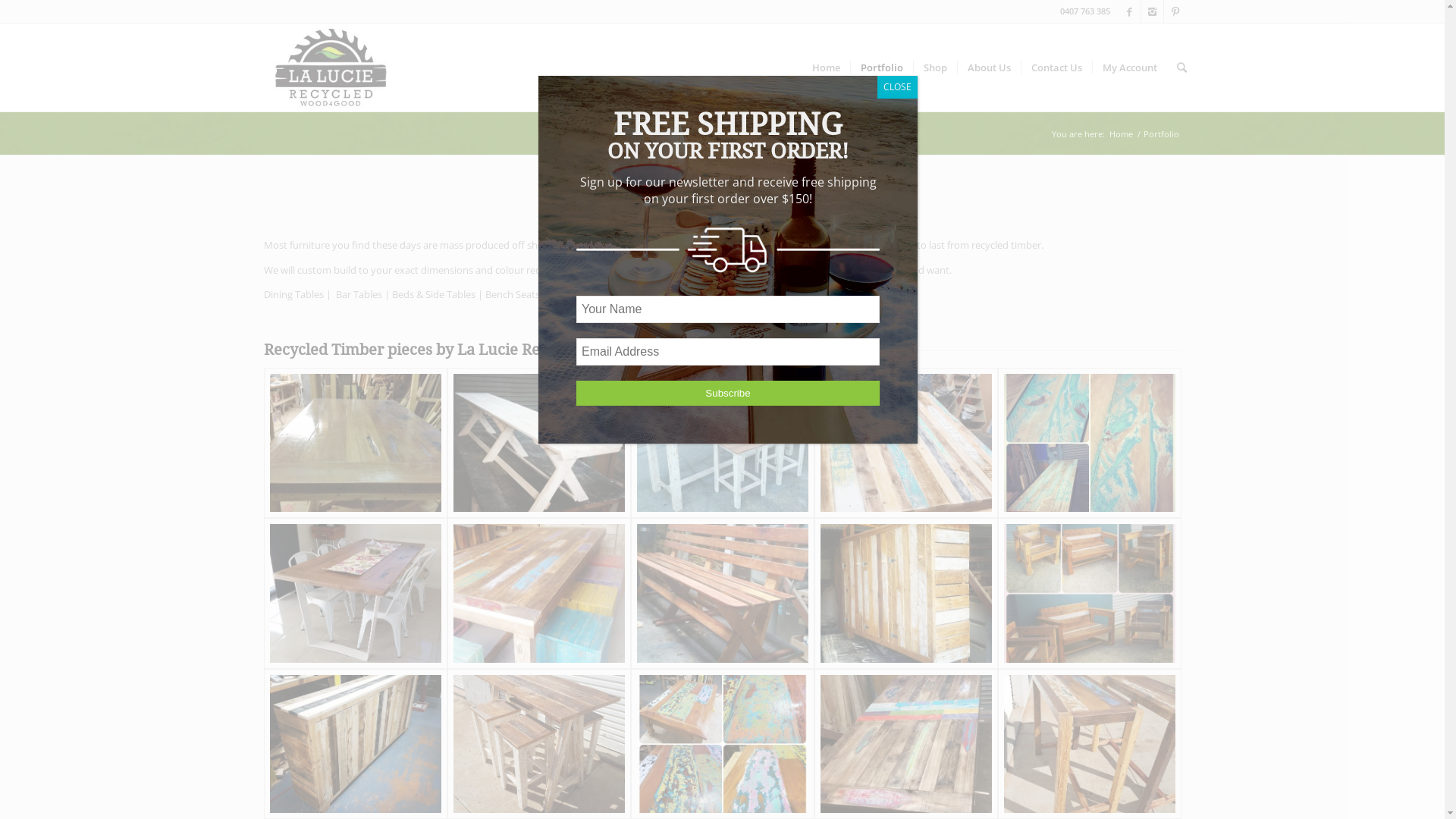 The height and width of the screenshot is (819, 1456). Describe the element at coordinates (538, 592) in the screenshot. I see `'Multi Coloured Dining Table with stackable box seats'` at that location.